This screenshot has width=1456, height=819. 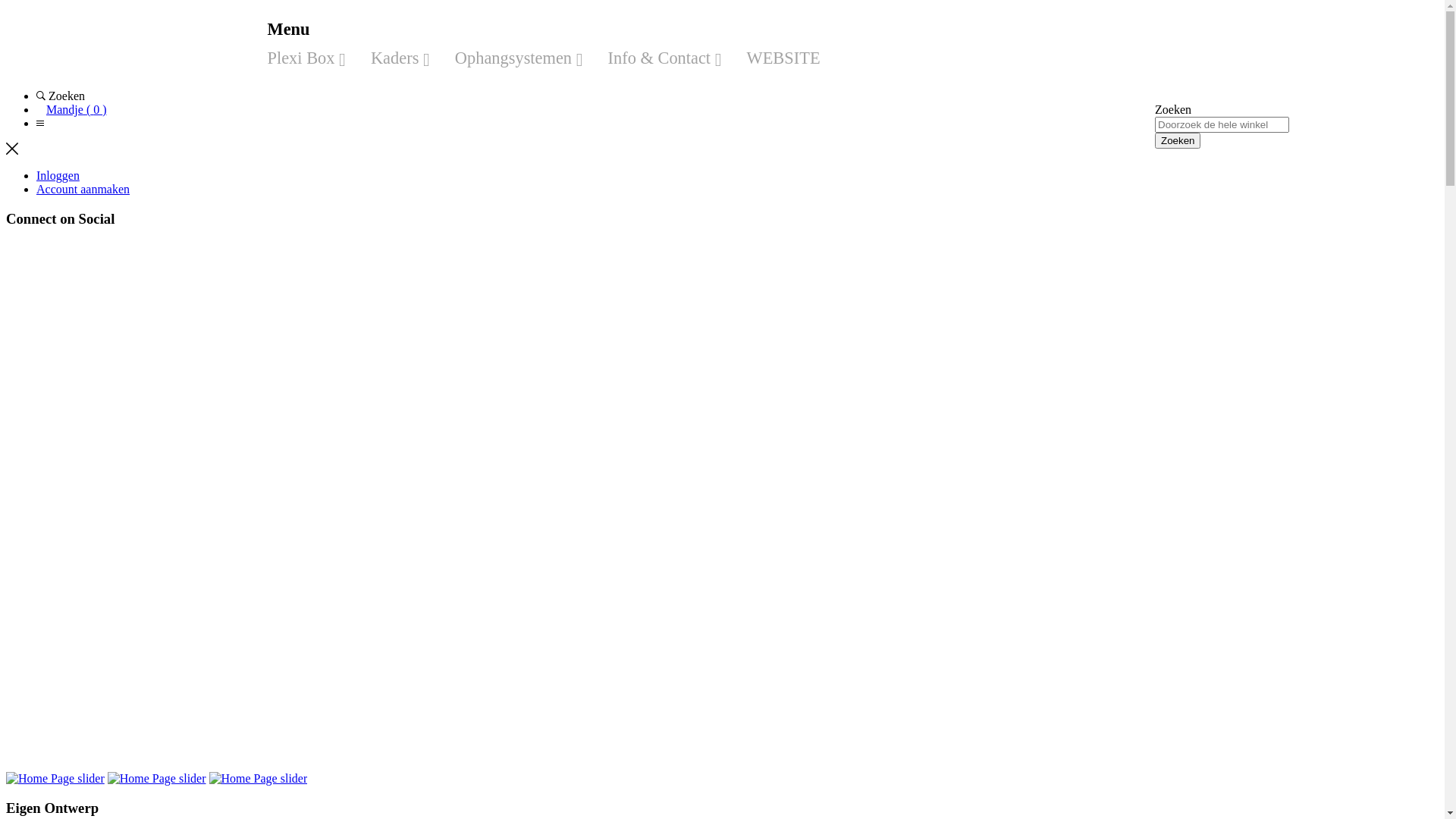 What do you see at coordinates (156, 778) in the screenshot?
I see `'Home Page slider'` at bounding box center [156, 778].